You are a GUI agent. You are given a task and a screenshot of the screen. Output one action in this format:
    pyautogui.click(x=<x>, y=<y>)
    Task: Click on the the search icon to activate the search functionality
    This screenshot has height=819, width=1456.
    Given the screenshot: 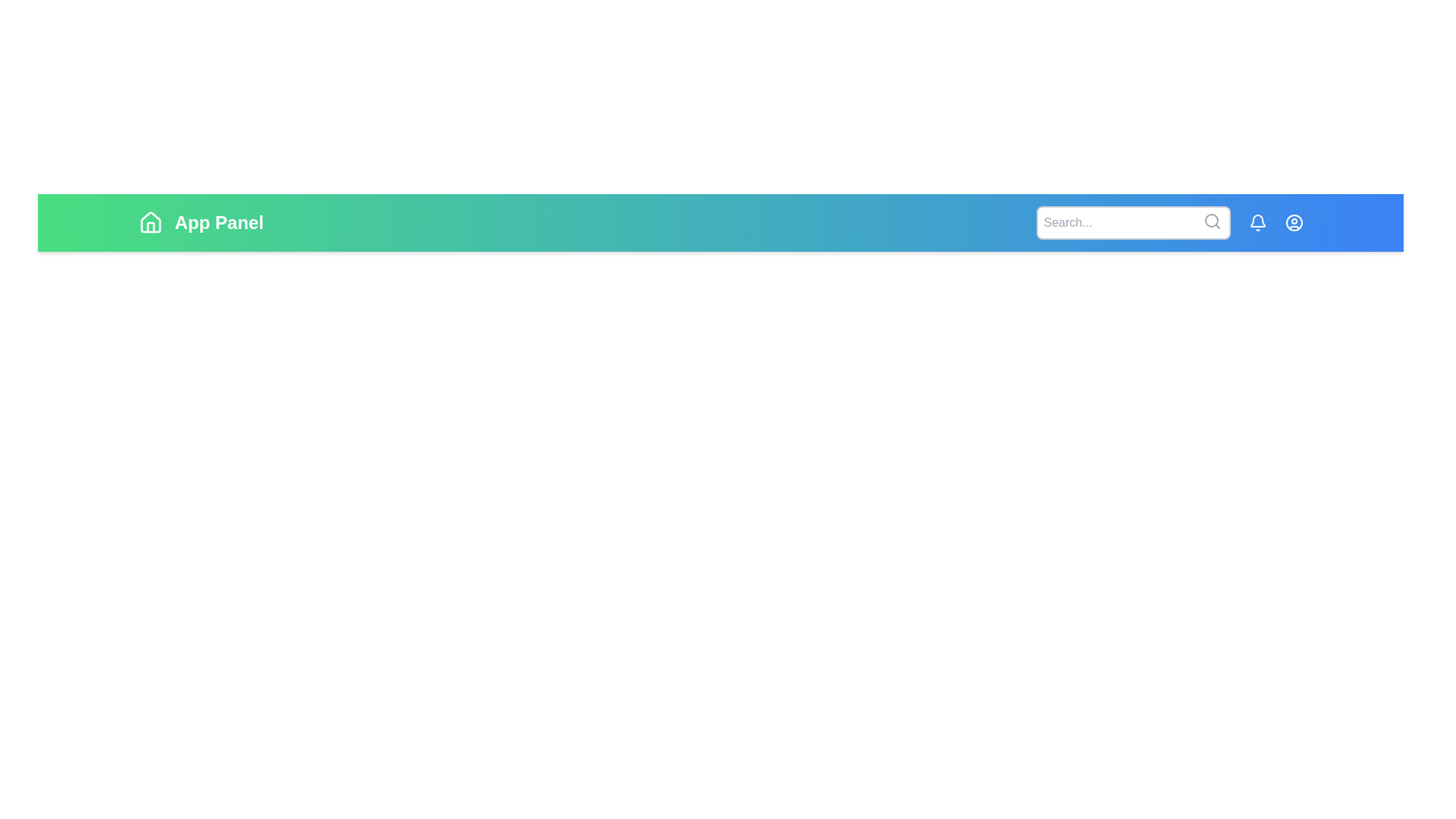 What is the action you would take?
    pyautogui.click(x=1211, y=221)
    